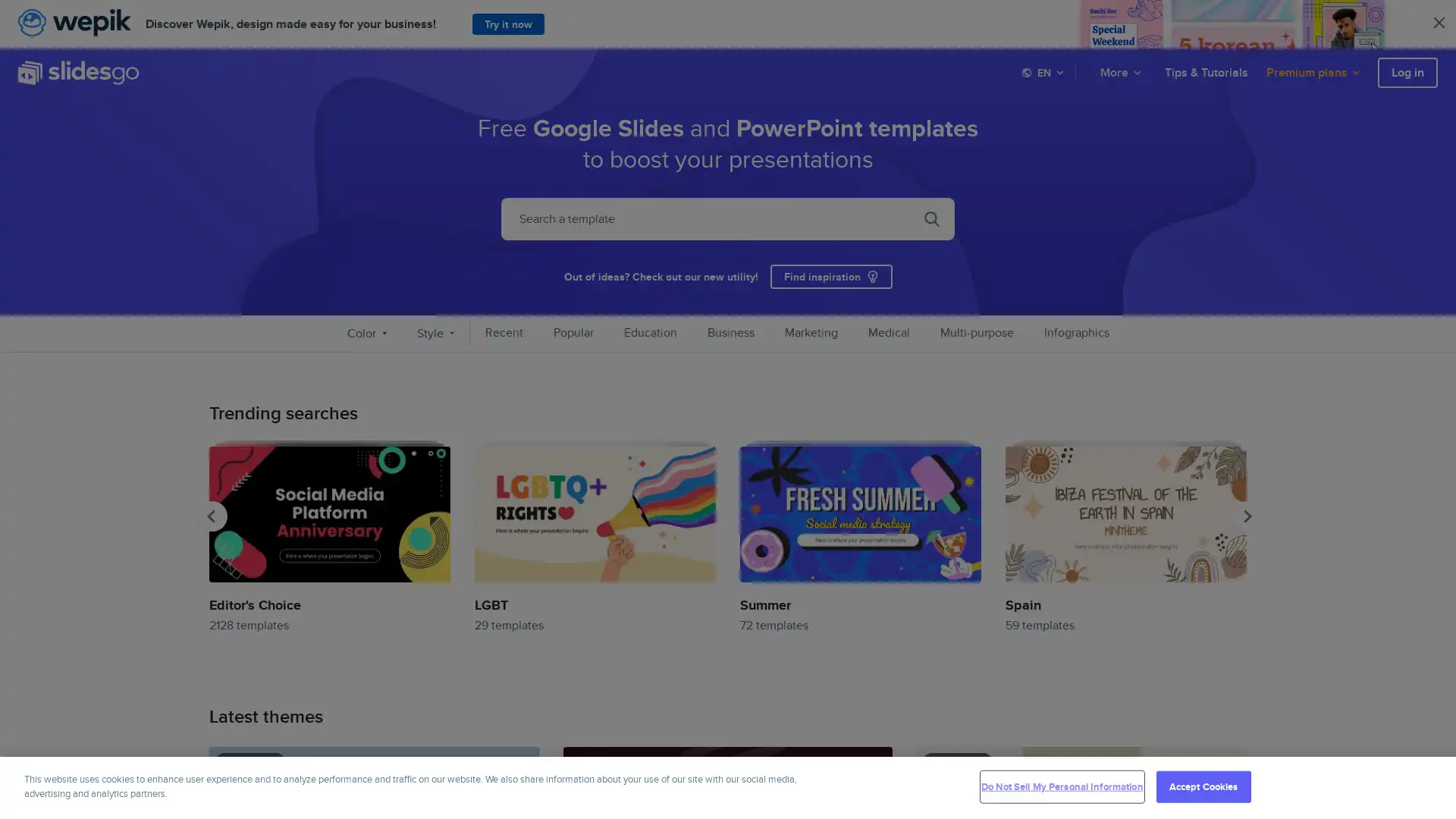 The image size is (1456, 819). Describe the element at coordinates (1122, 72) in the screenshot. I see `Open more tools` at that location.